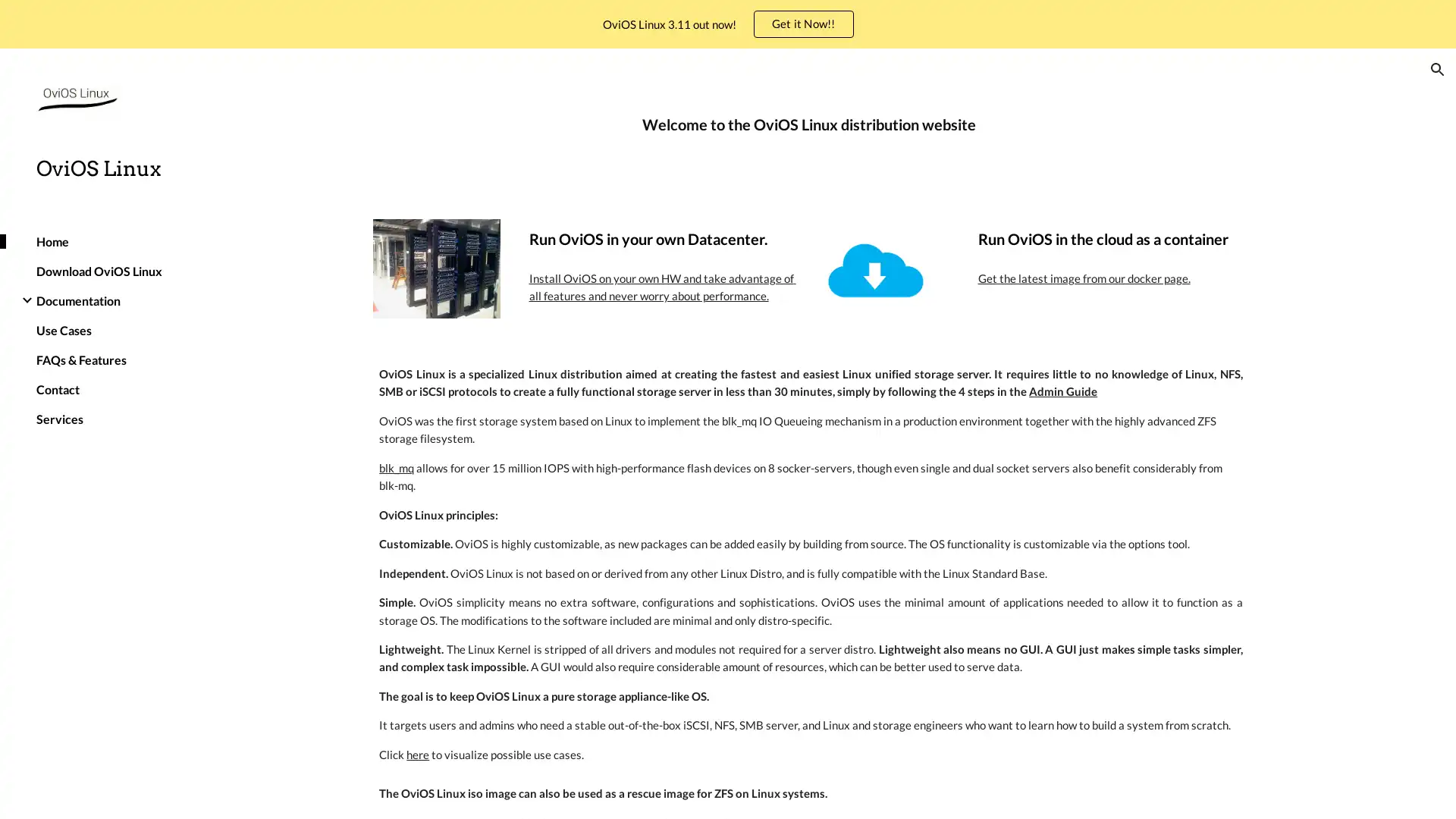 This screenshot has height=819, width=1456. Describe the element at coordinates (216, 792) in the screenshot. I see `Site actions` at that location.